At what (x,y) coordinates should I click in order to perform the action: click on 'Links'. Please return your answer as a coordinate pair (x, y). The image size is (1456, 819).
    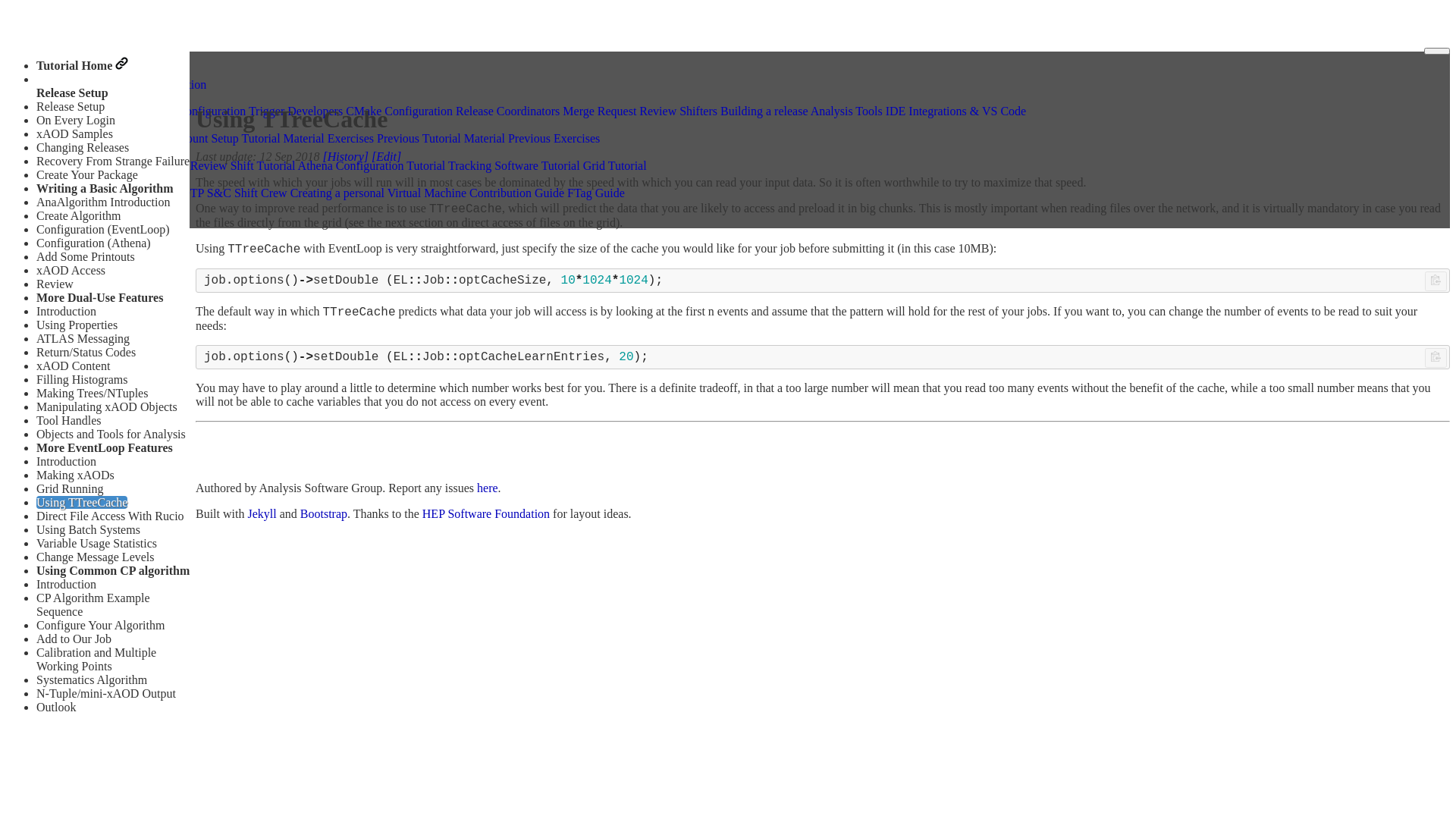
    Looking at the image, I should click on (58, 177).